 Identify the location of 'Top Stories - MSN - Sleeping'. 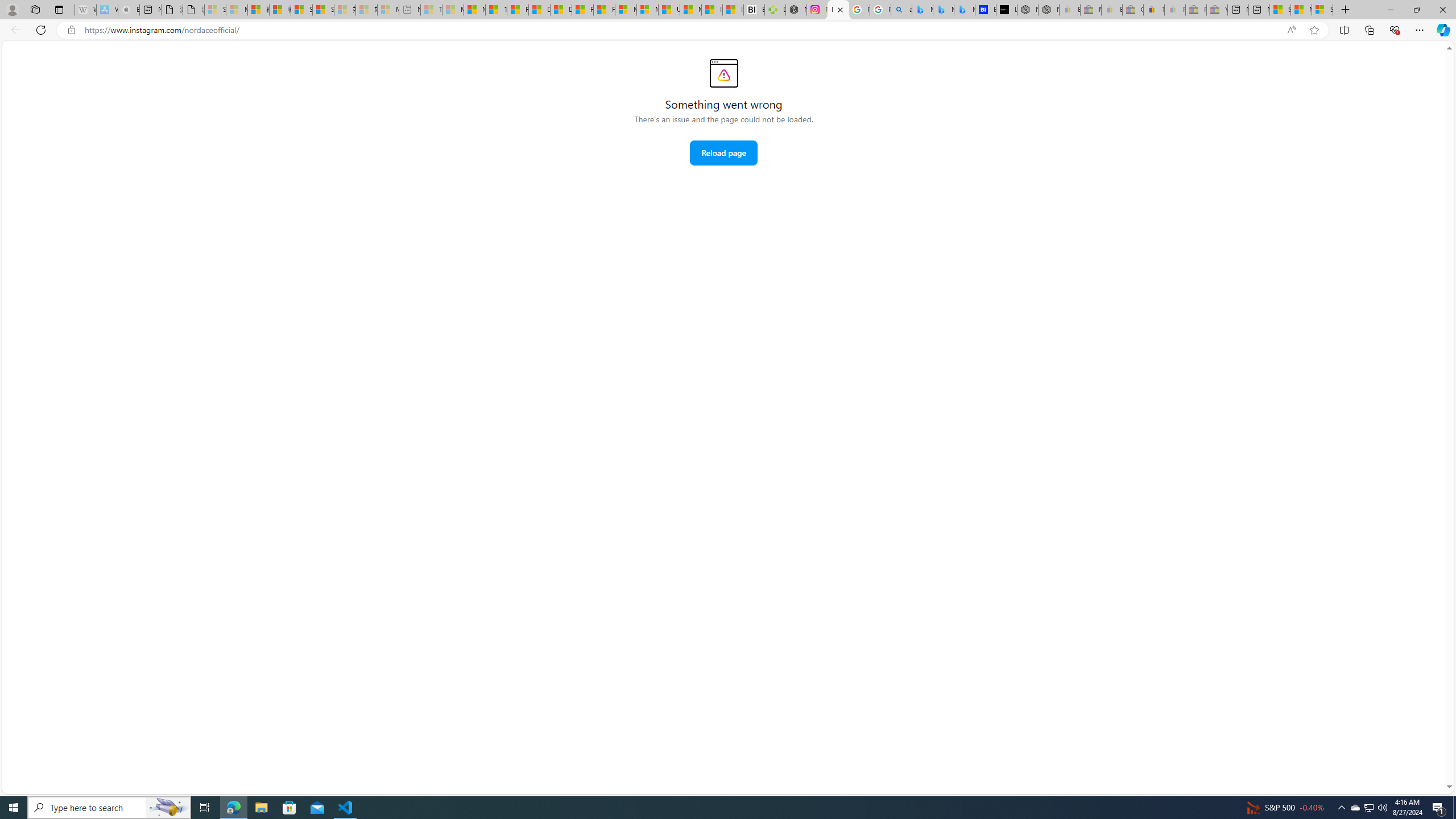
(431, 9).